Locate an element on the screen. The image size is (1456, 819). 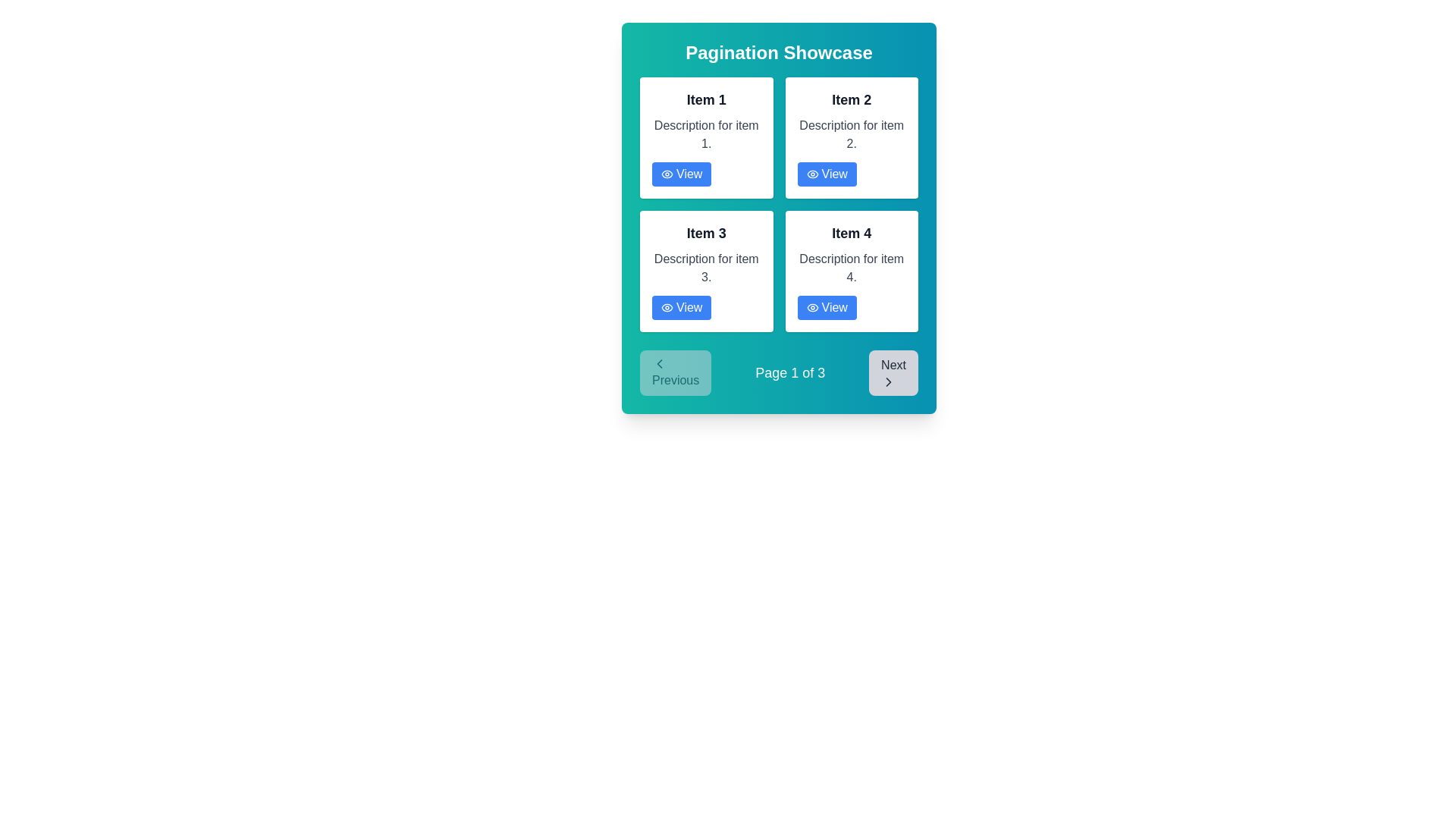
the eye-shaped icon with a circular outline located within the 'View' button for 'Item 3' in the grid interface is located at coordinates (667, 307).